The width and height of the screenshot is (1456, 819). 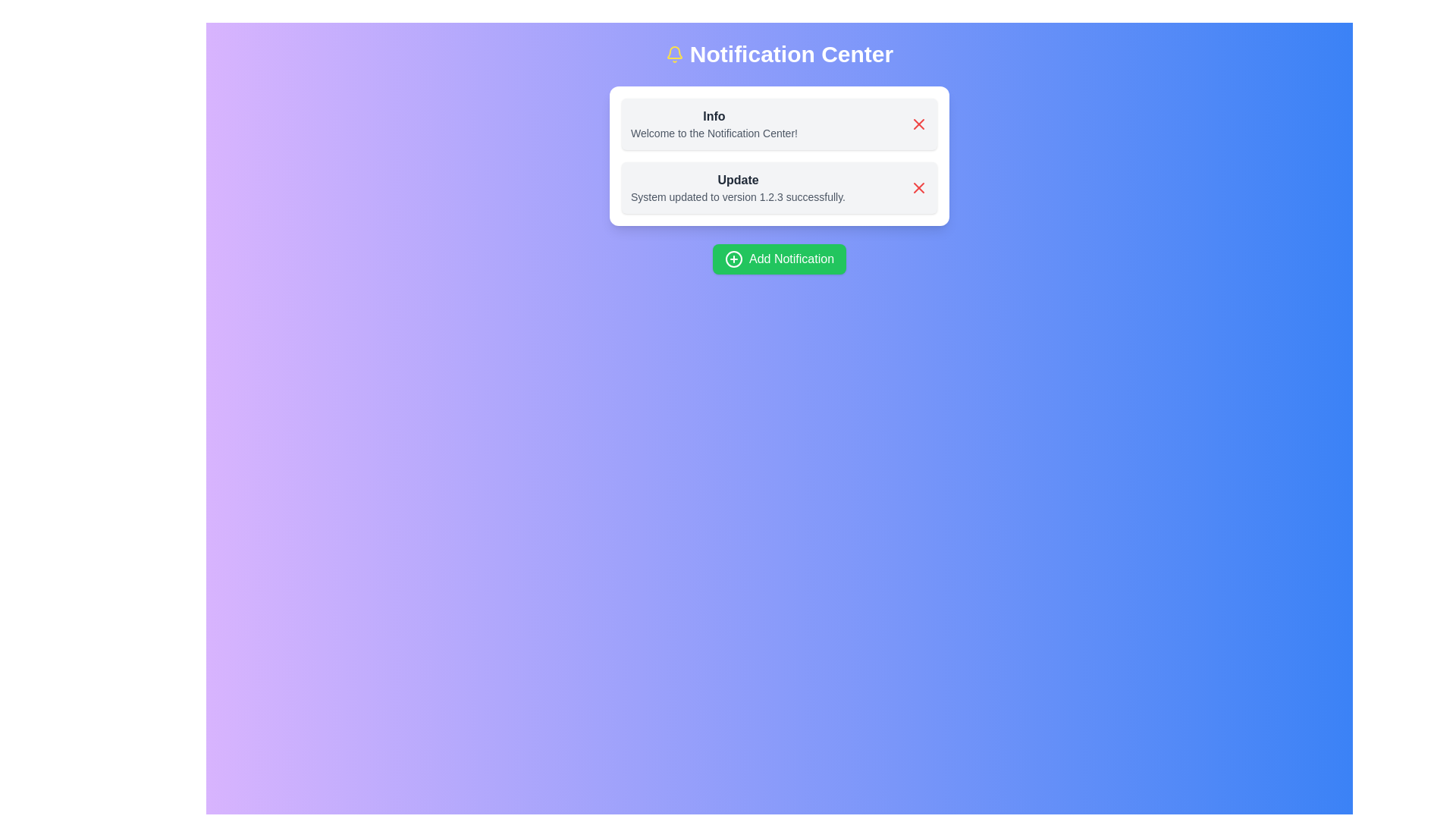 I want to click on the bolded text label reading 'Info' at the top of the notification card, so click(x=713, y=116).